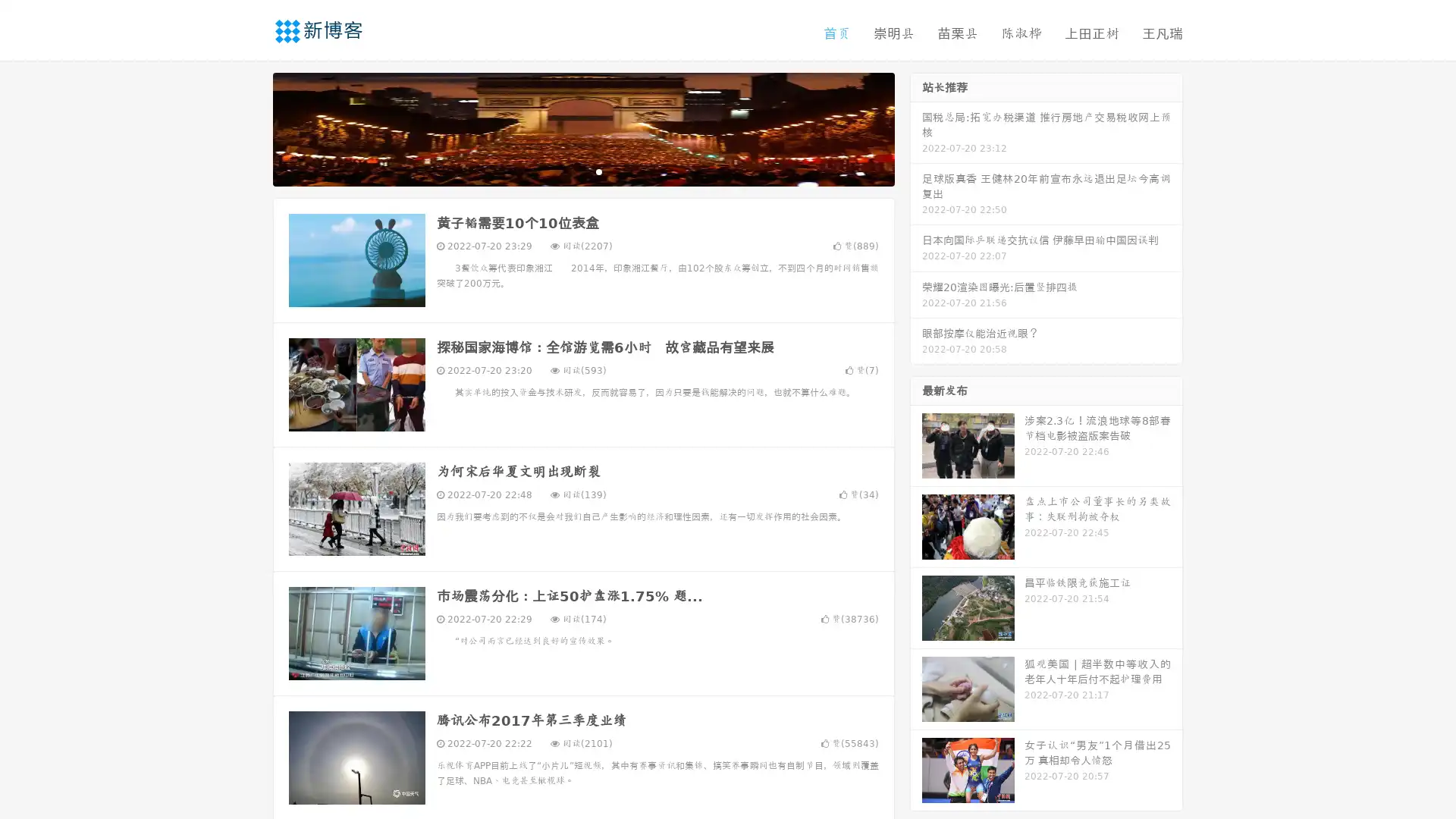 This screenshot has height=819, width=1456. I want to click on Go to slide 1, so click(567, 171).